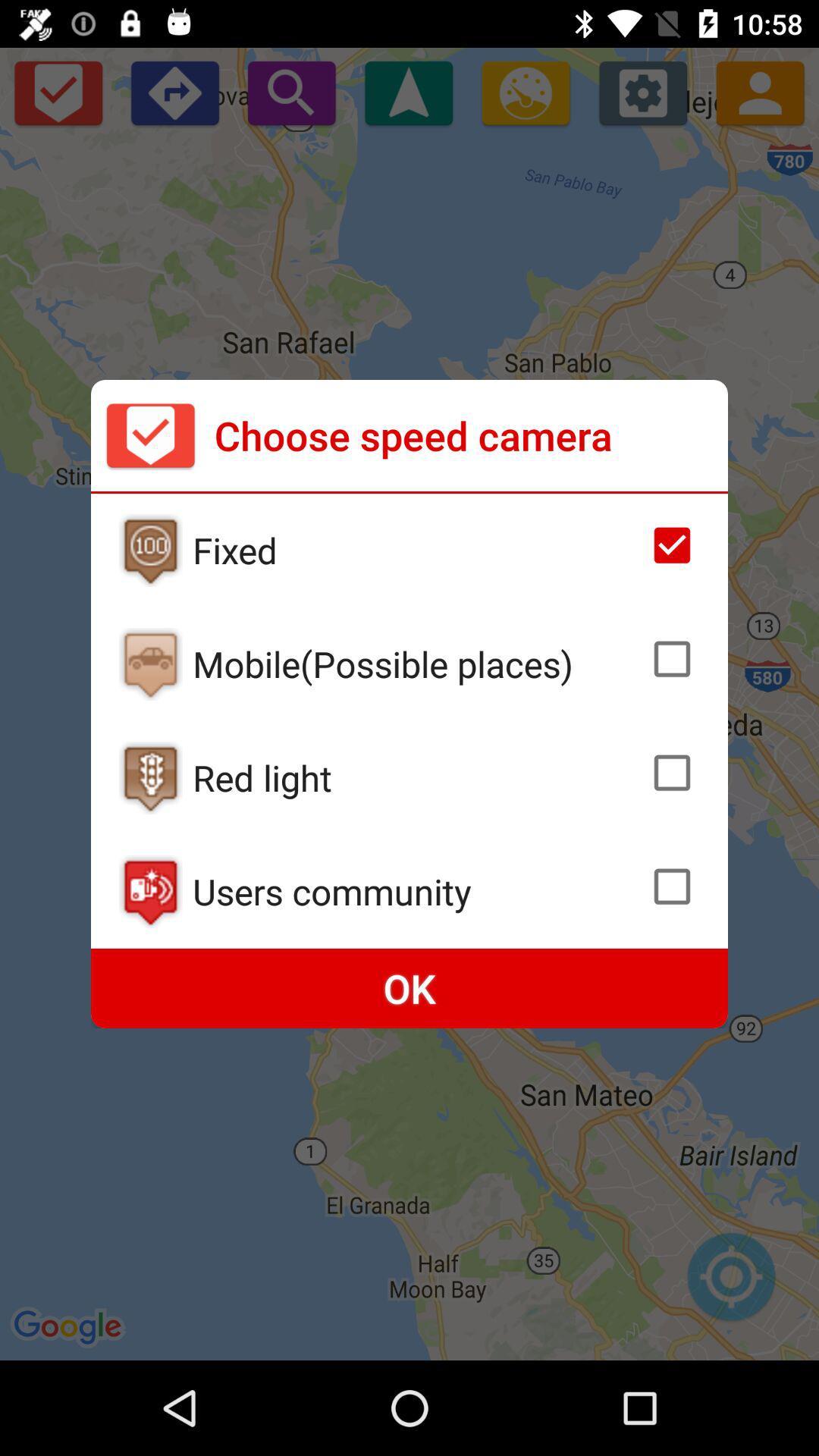  Describe the element at coordinates (671, 773) in the screenshot. I see `check box` at that location.